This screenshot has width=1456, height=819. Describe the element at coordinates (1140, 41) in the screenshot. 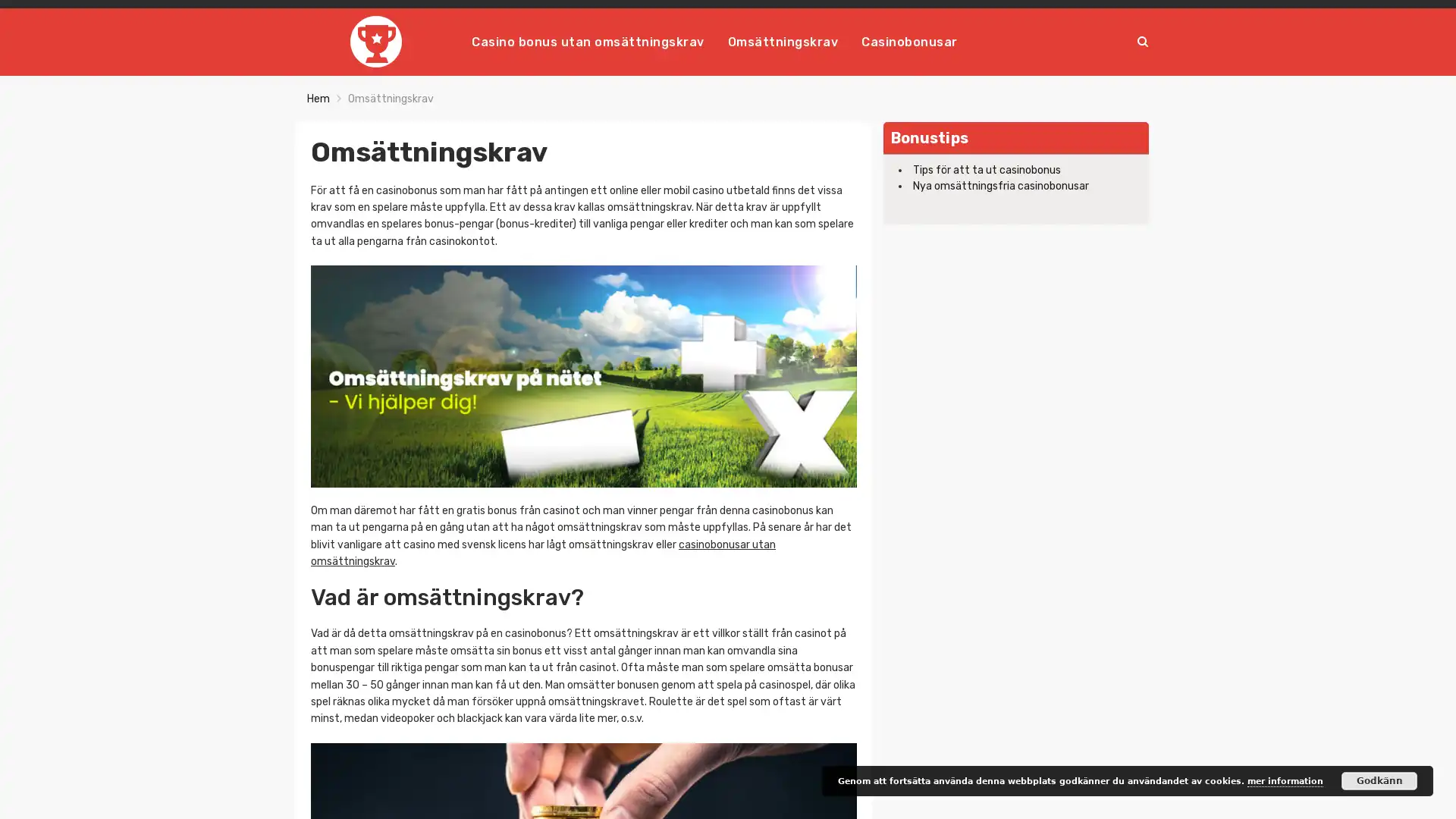

I see `Z` at that location.